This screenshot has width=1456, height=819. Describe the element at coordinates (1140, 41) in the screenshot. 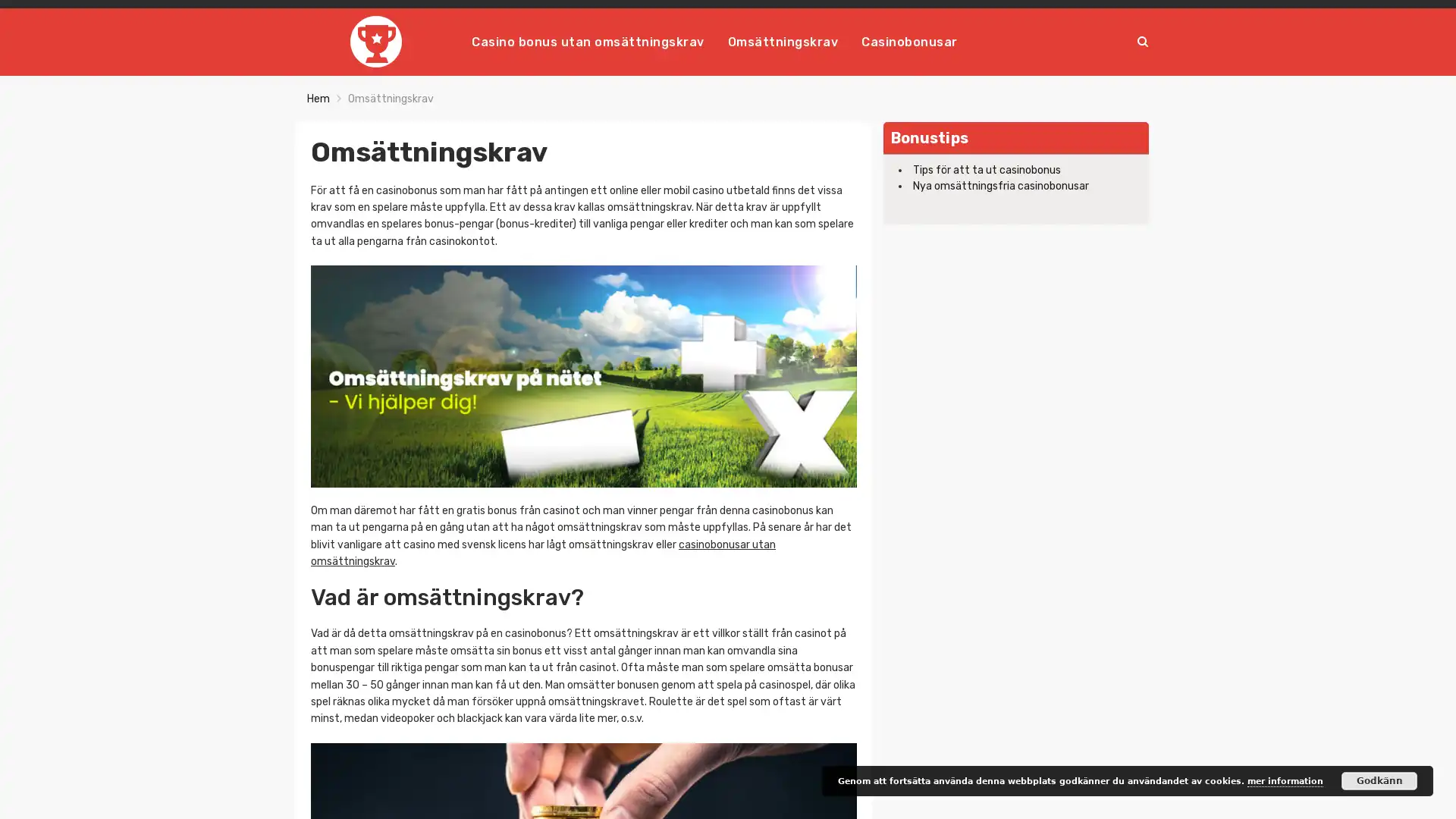

I see `Z` at that location.